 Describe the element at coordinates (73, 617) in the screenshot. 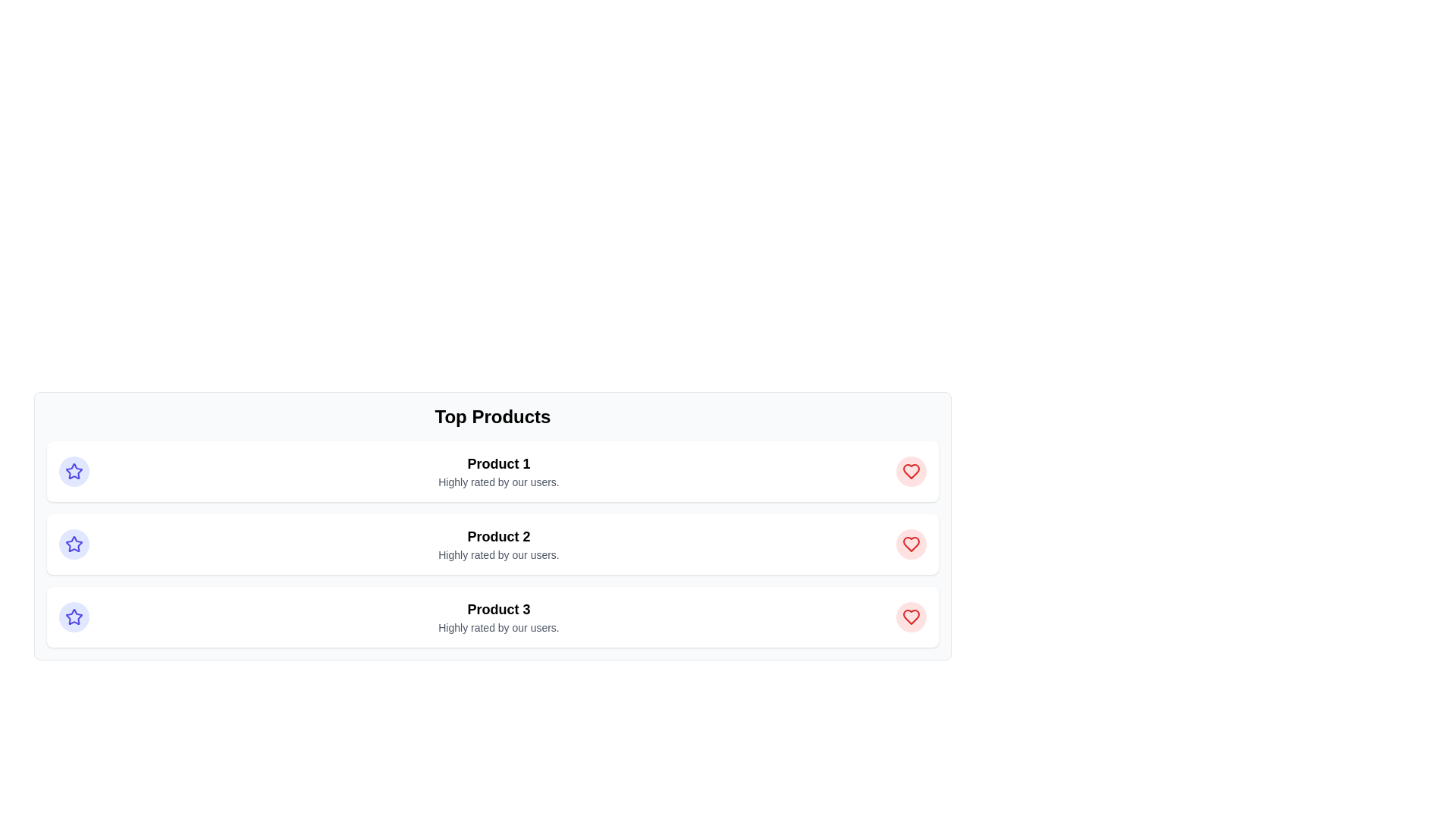

I see `the 'favorite' or 'rating' icon located at the leftmost side of the third row in the 'Top Products' listing` at that location.